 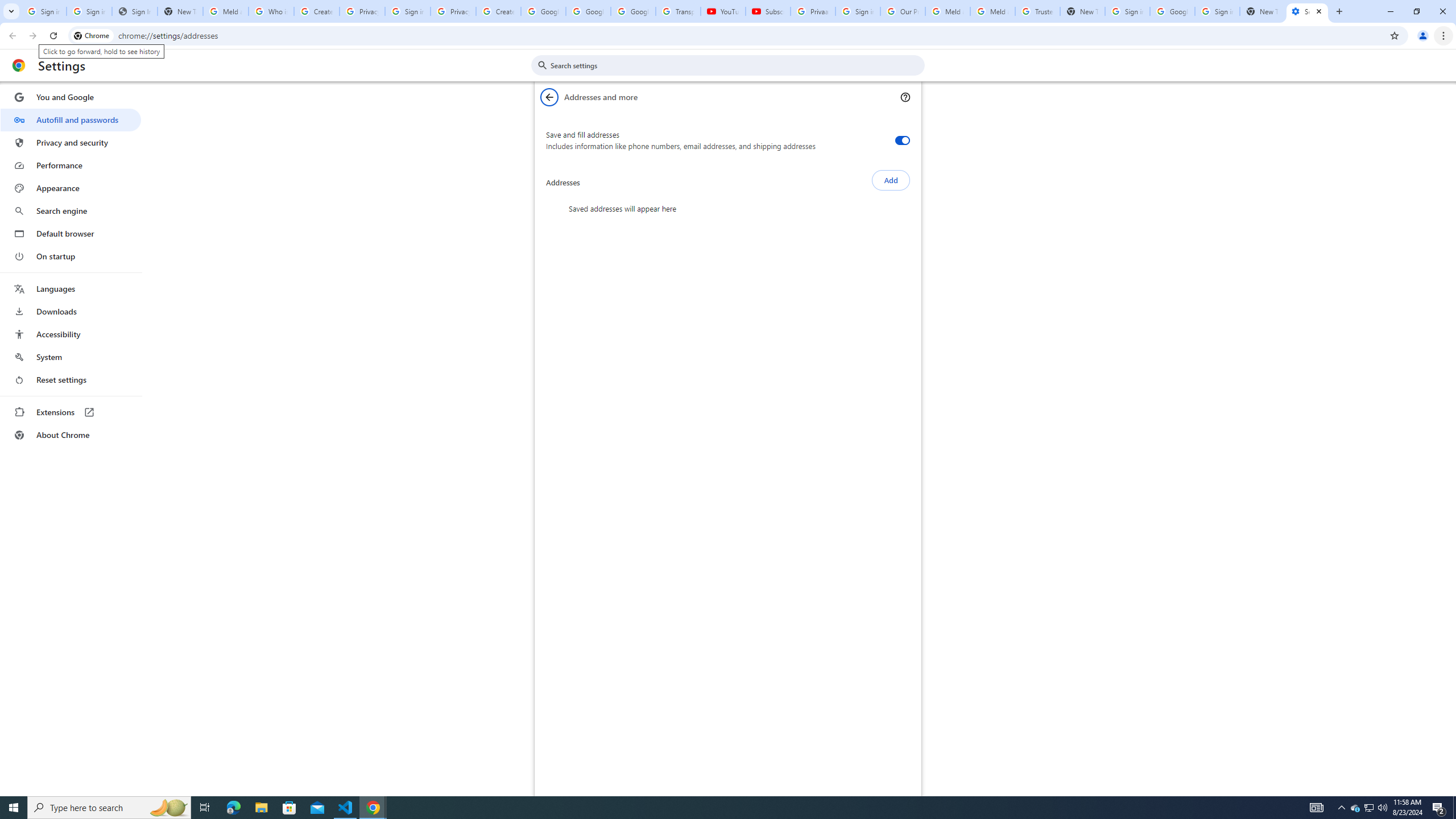 What do you see at coordinates (70, 119) in the screenshot?
I see `'Autofill and passwords'` at bounding box center [70, 119].